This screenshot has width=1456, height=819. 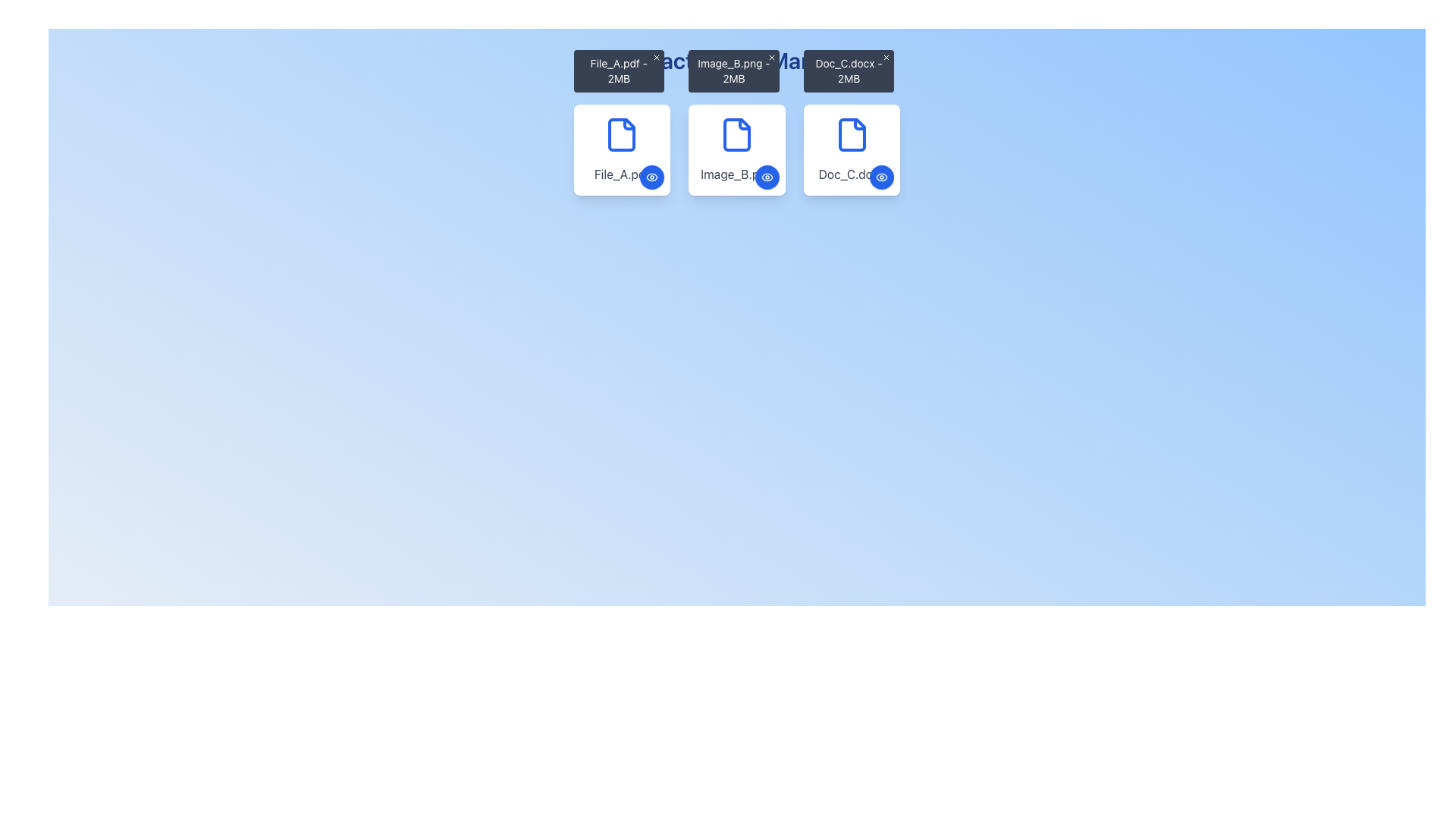 I want to click on the descriptive label of the file displayed in the second file card from the left, located below the file title and icon, and above the interactive elements like the eye icon, so click(x=736, y=174).